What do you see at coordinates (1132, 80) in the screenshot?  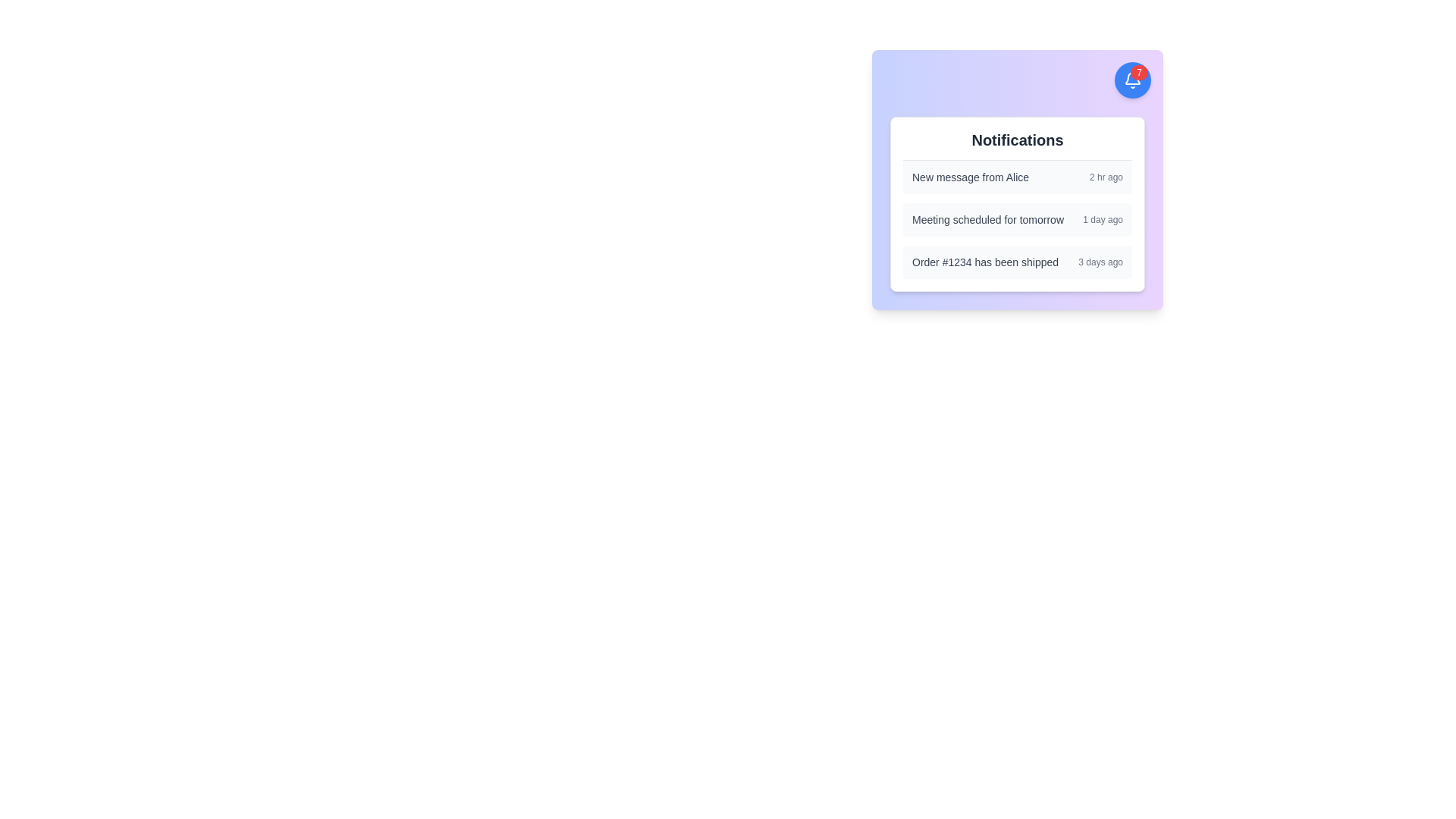 I see `the bell notification icon` at bounding box center [1132, 80].